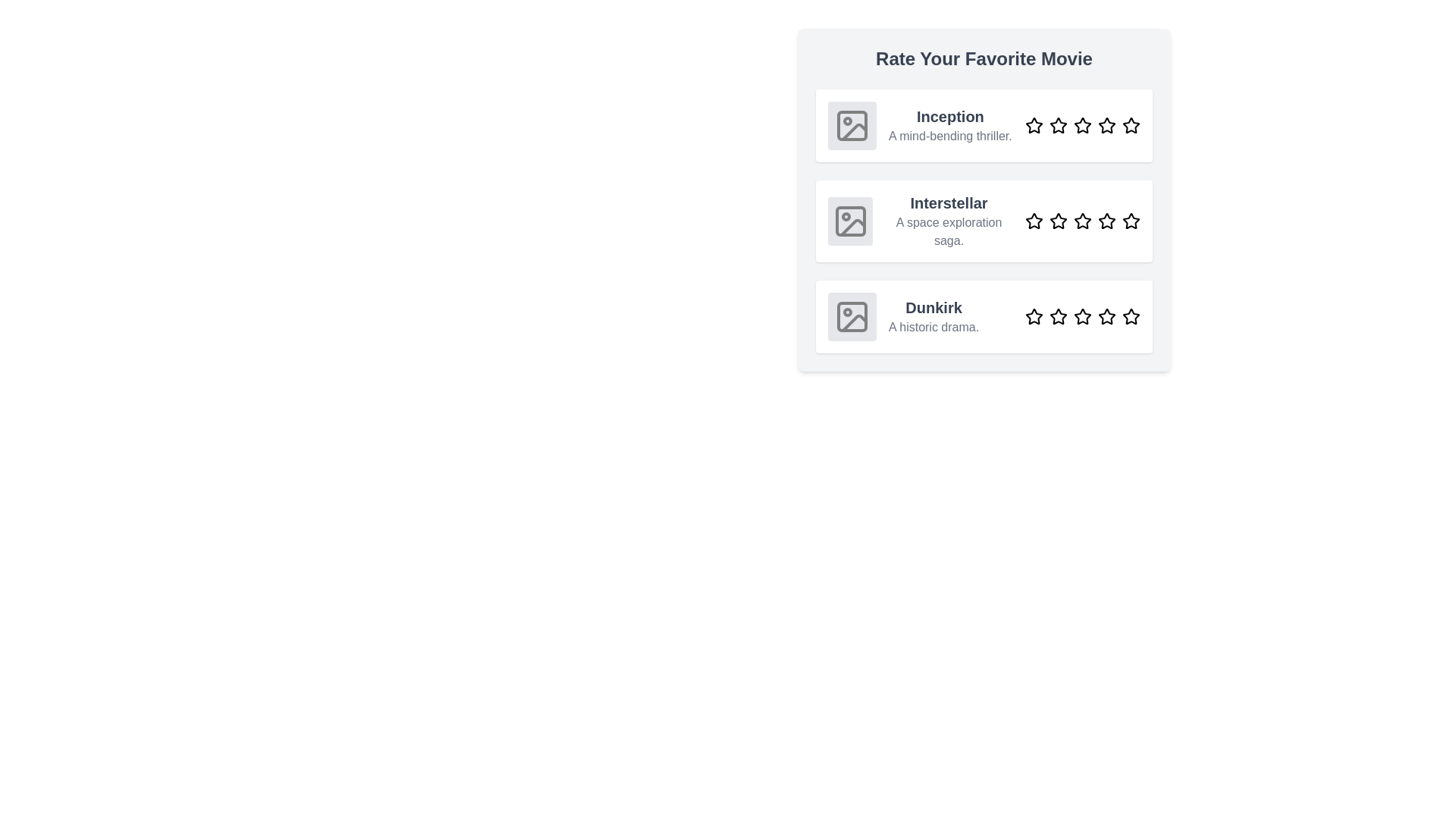 Image resolution: width=1456 pixels, height=819 pixels. Describe the element at coordinates (1082, 315) in the screenshot. I see `the third star rating icon for the movie 'Dunkirk'` at that location.